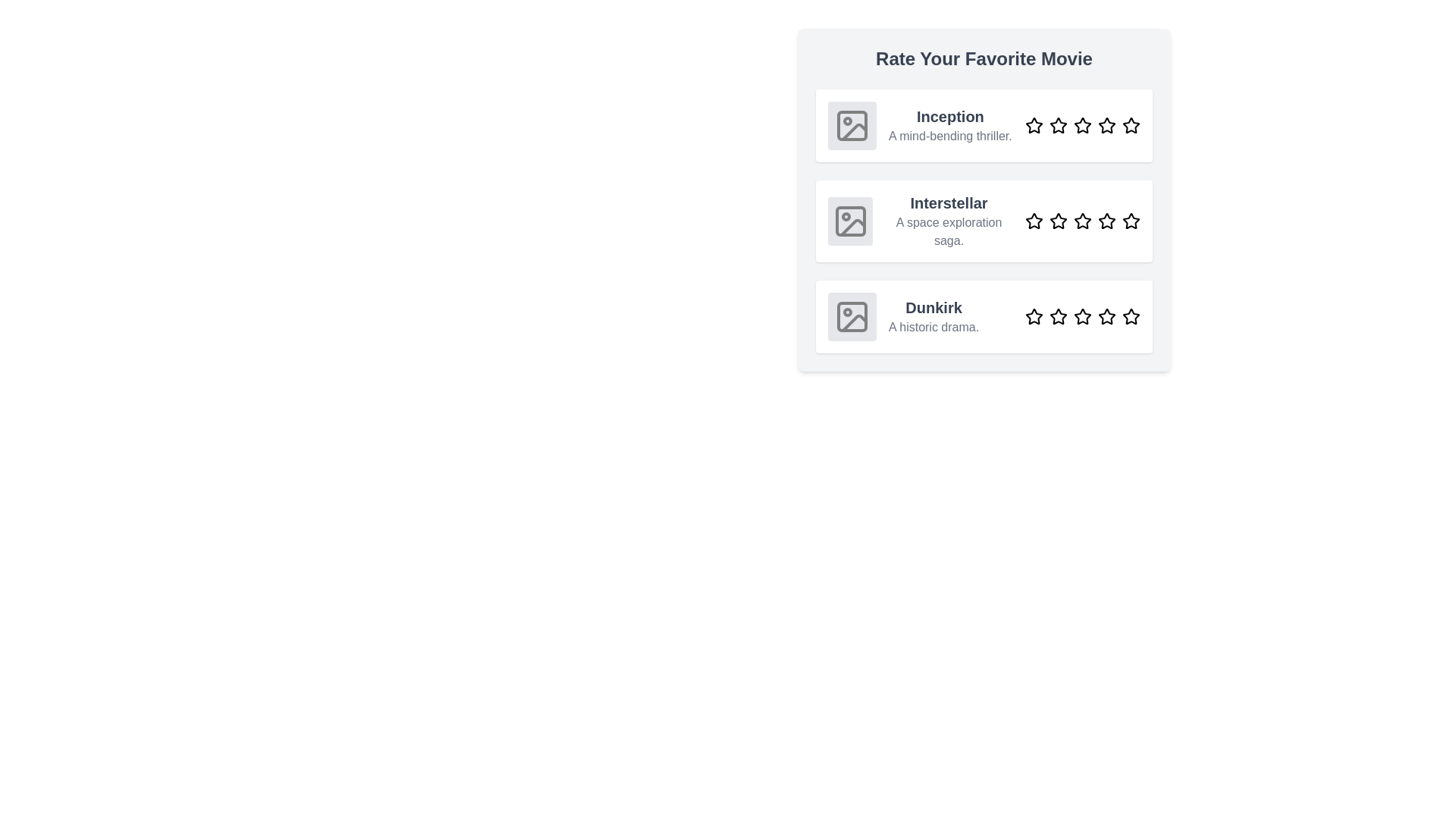 Image resolution: width=1456 pixels, height=819 pixels. Describe the element at coordinates (1082, 315) in the screenshot. I see `the third star rating icon for the movie 'Dunkirk'` at that location.